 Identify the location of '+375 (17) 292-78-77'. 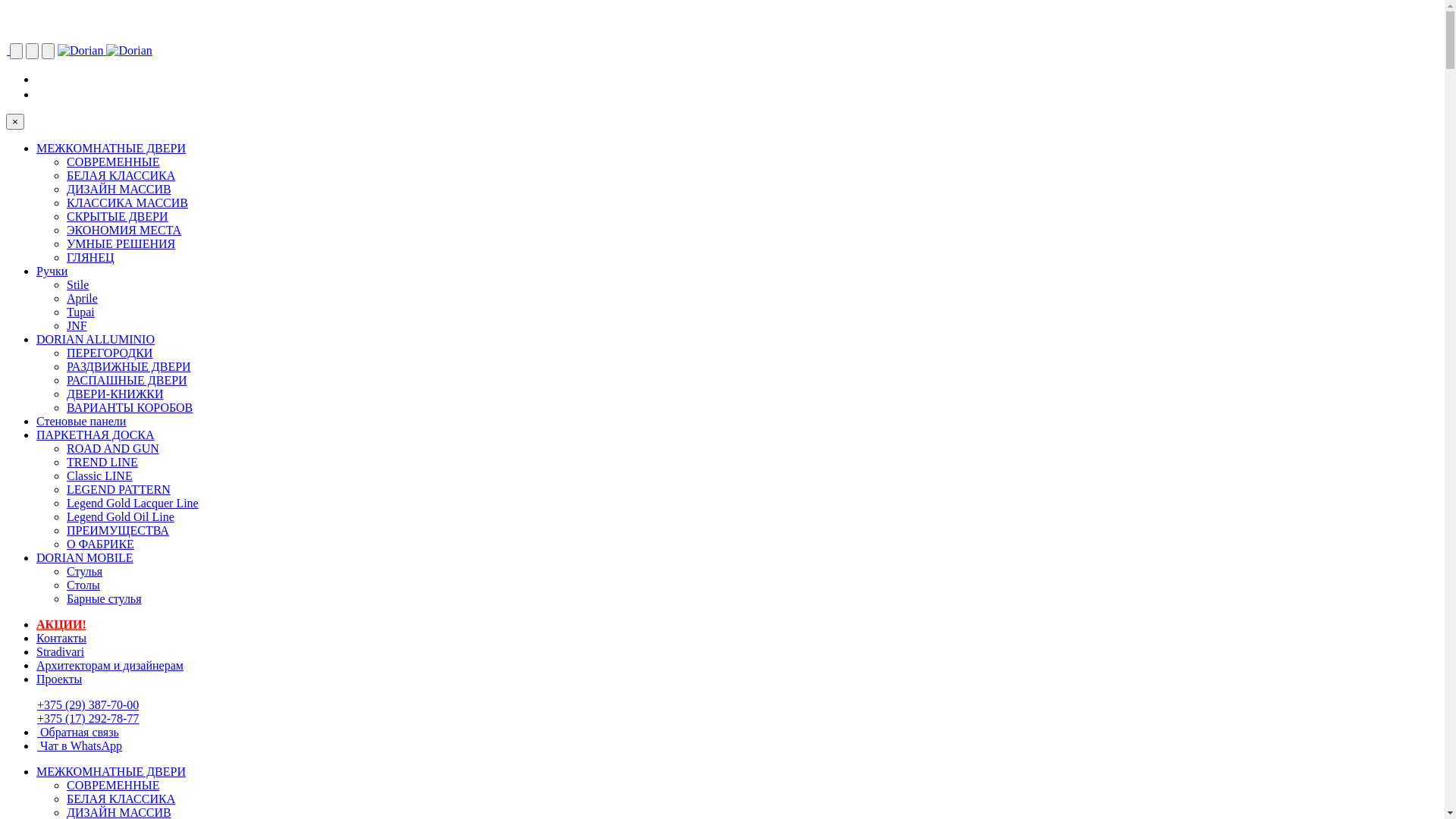
(86, 718).